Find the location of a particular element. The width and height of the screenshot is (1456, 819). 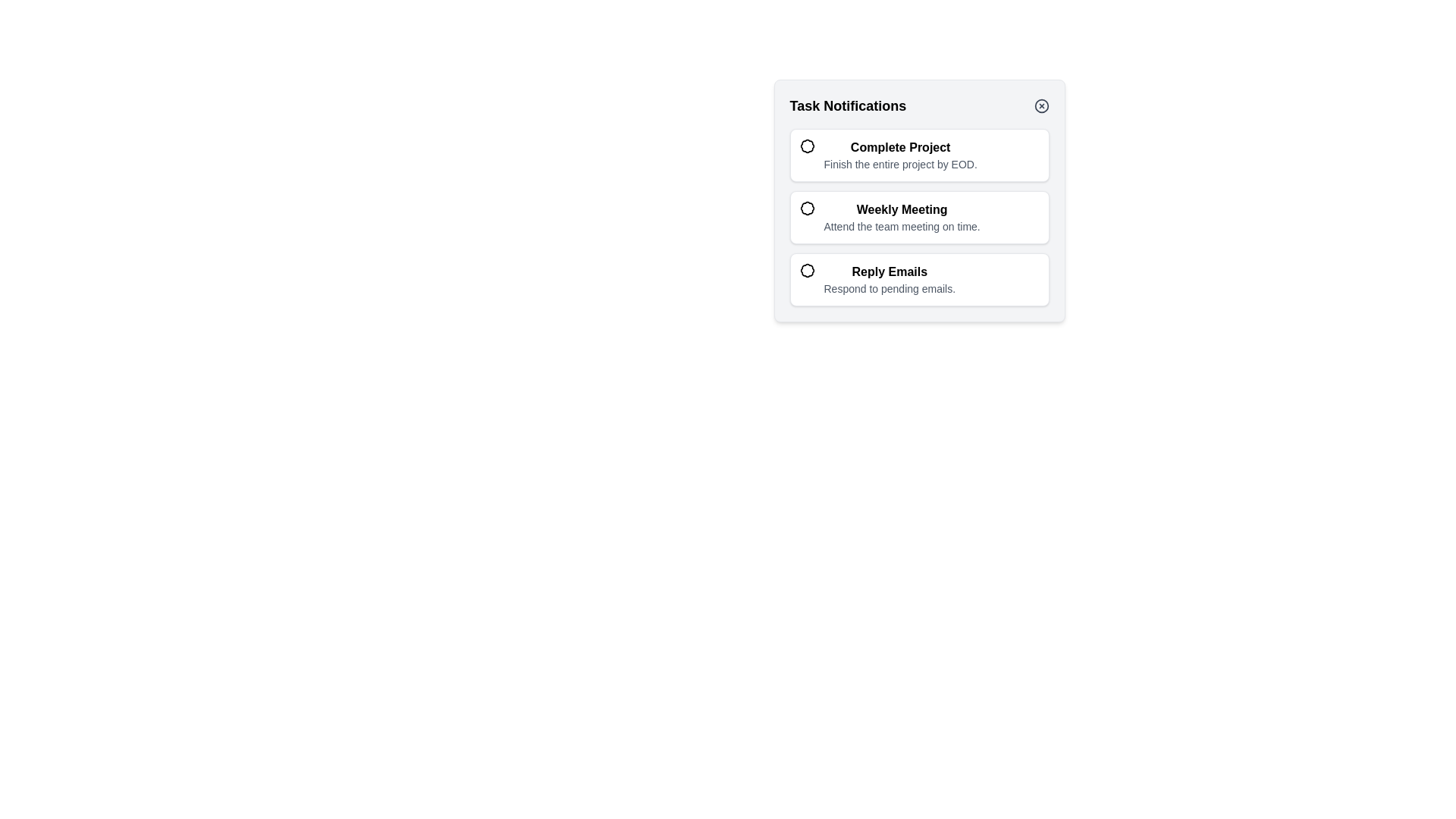

the title text label of the top task card in the task notifications section, which summarizes the task's main objective is located at coordinates (900, 148).